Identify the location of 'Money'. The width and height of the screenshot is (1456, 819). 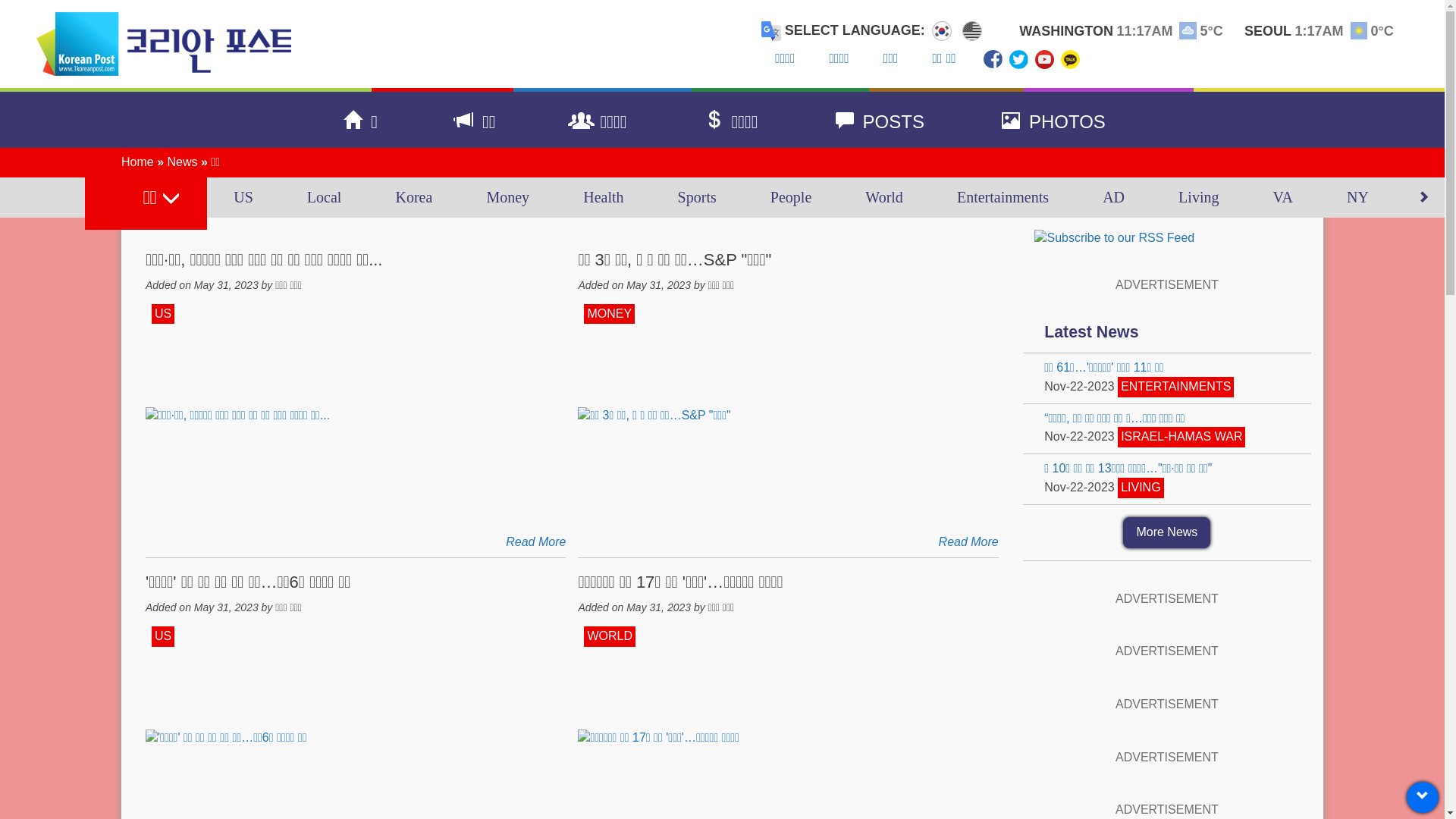
(508, 197).